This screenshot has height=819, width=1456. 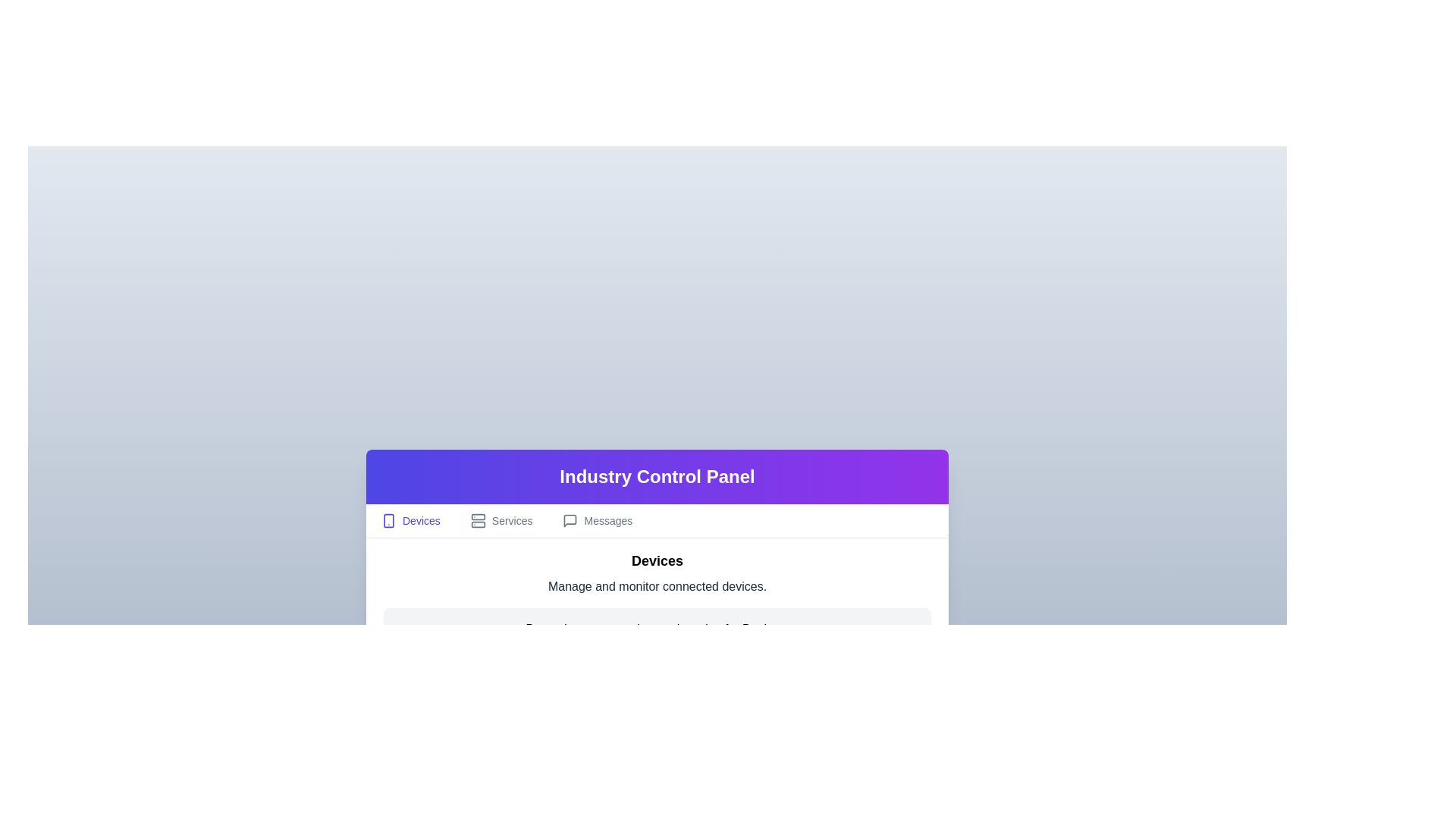 What do you see at coordinates (410, 519) in the screenshot?
I see `the Devices tab` at bounding box center [410, 519].